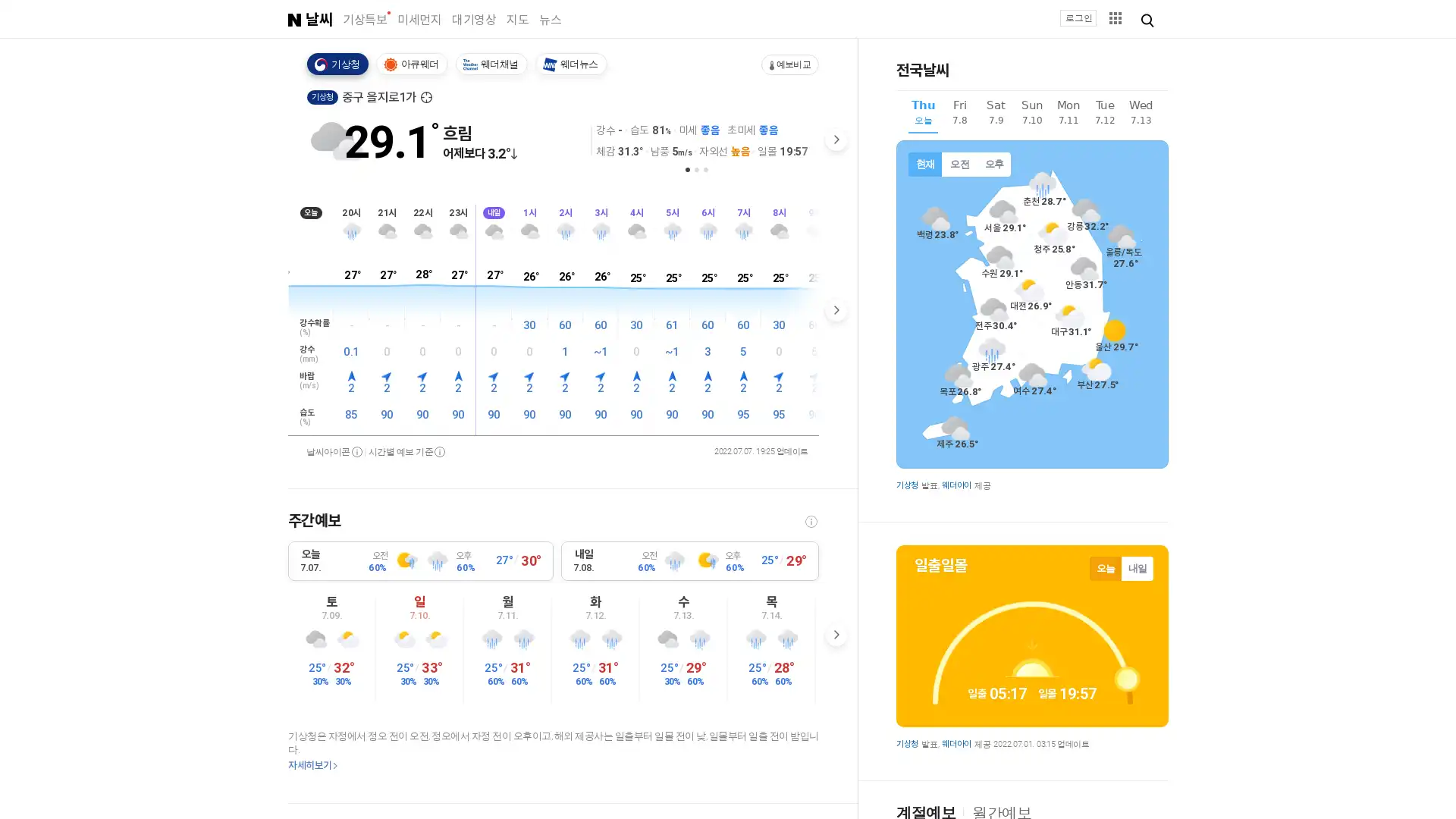 The width and height of the screenshot is (1456, 819). I want to click on Fri 7.8, so click(959, 114).